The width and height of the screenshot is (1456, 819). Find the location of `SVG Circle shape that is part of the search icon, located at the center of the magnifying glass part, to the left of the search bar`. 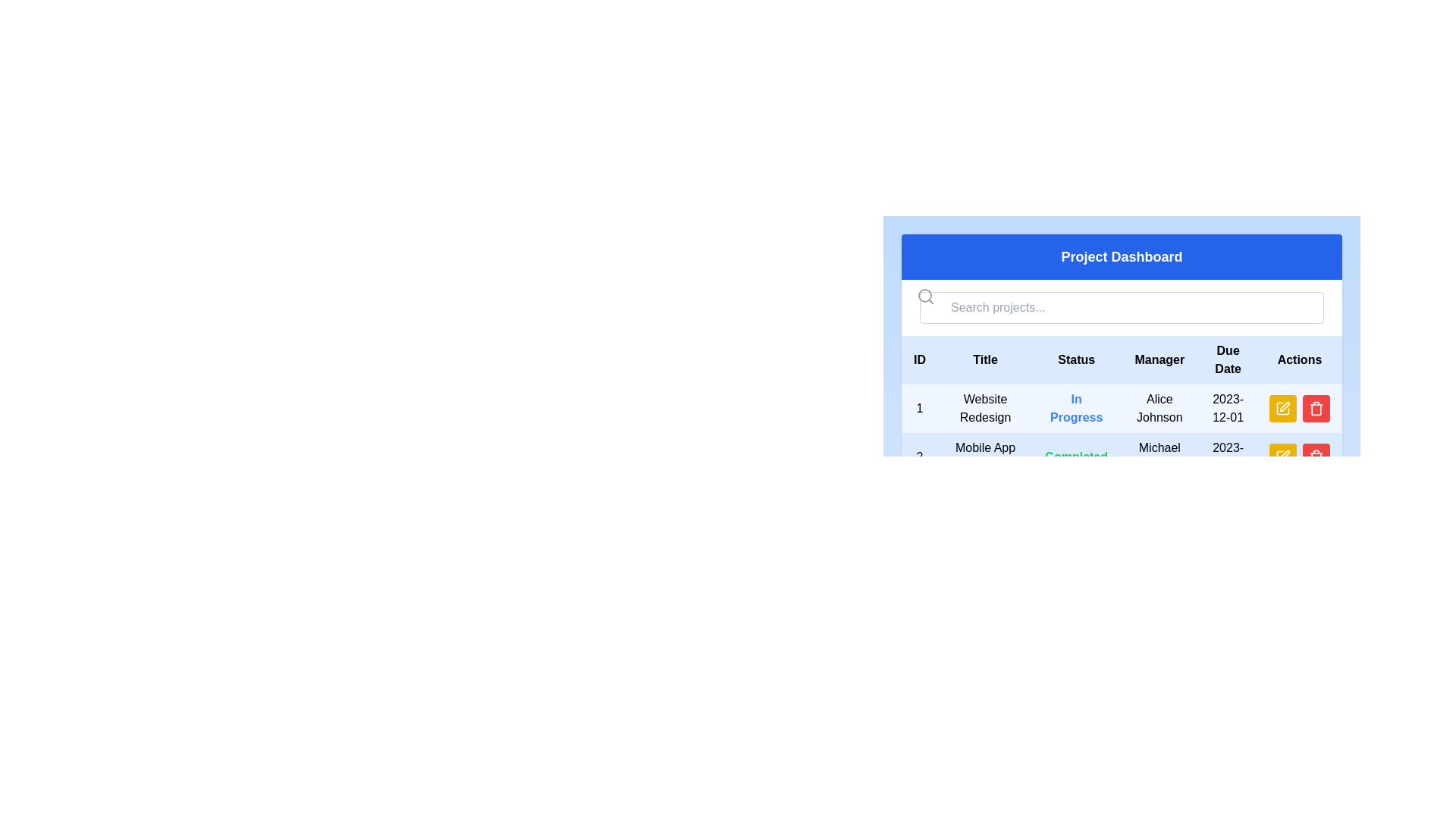

SVG Circle shape that is part of the search icon, located at the center of the magnifying glass part, to the left of the search bar is located at coordinates (924, 295).